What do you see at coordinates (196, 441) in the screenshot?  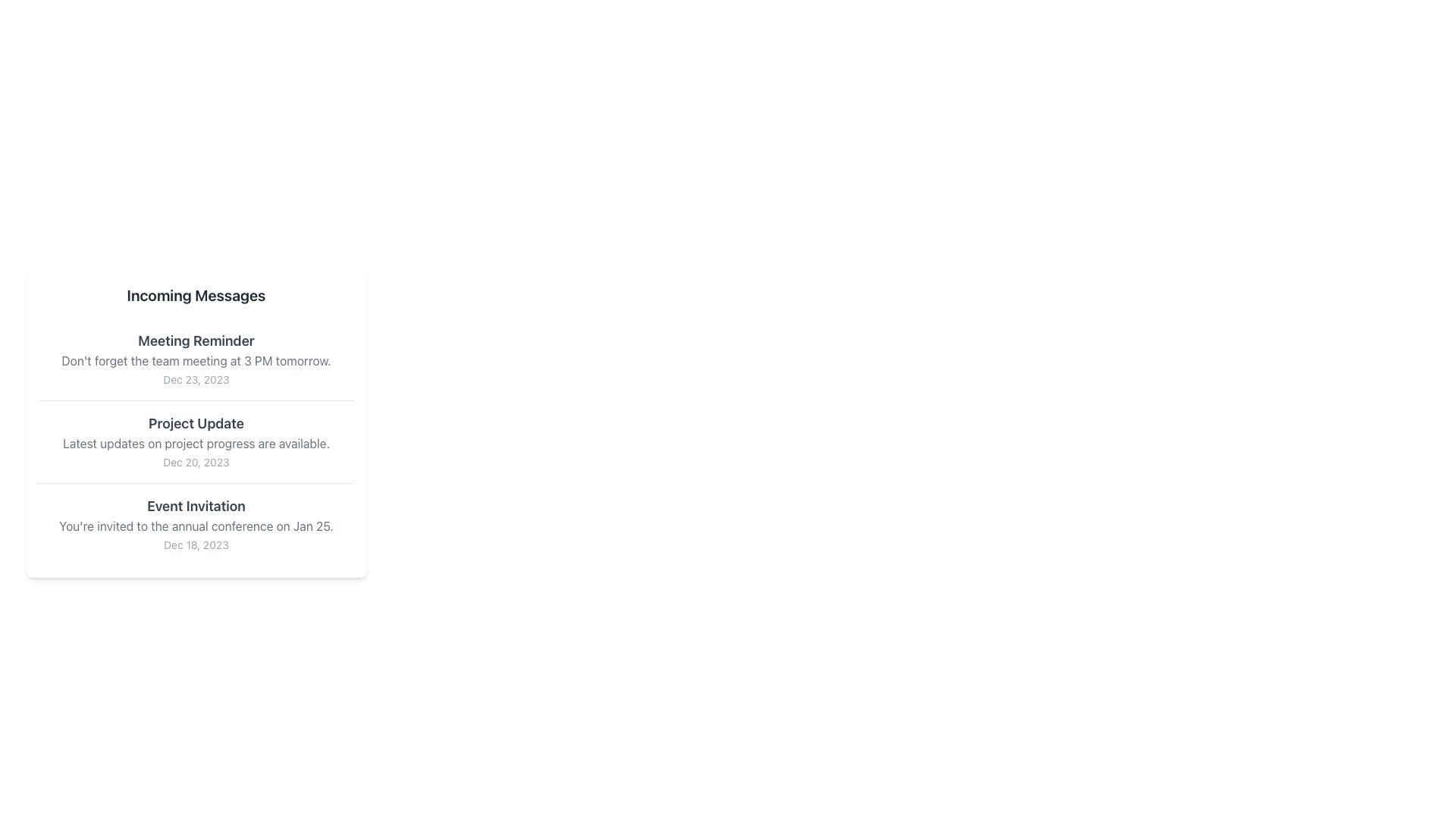 I see `the text block element displaying 'Project Update', which is located in the center of the 'Incoming Messages' panel, positioned between 'Meeting Reminder' and 'Event Invitation'` at bounding box center [196, 441].